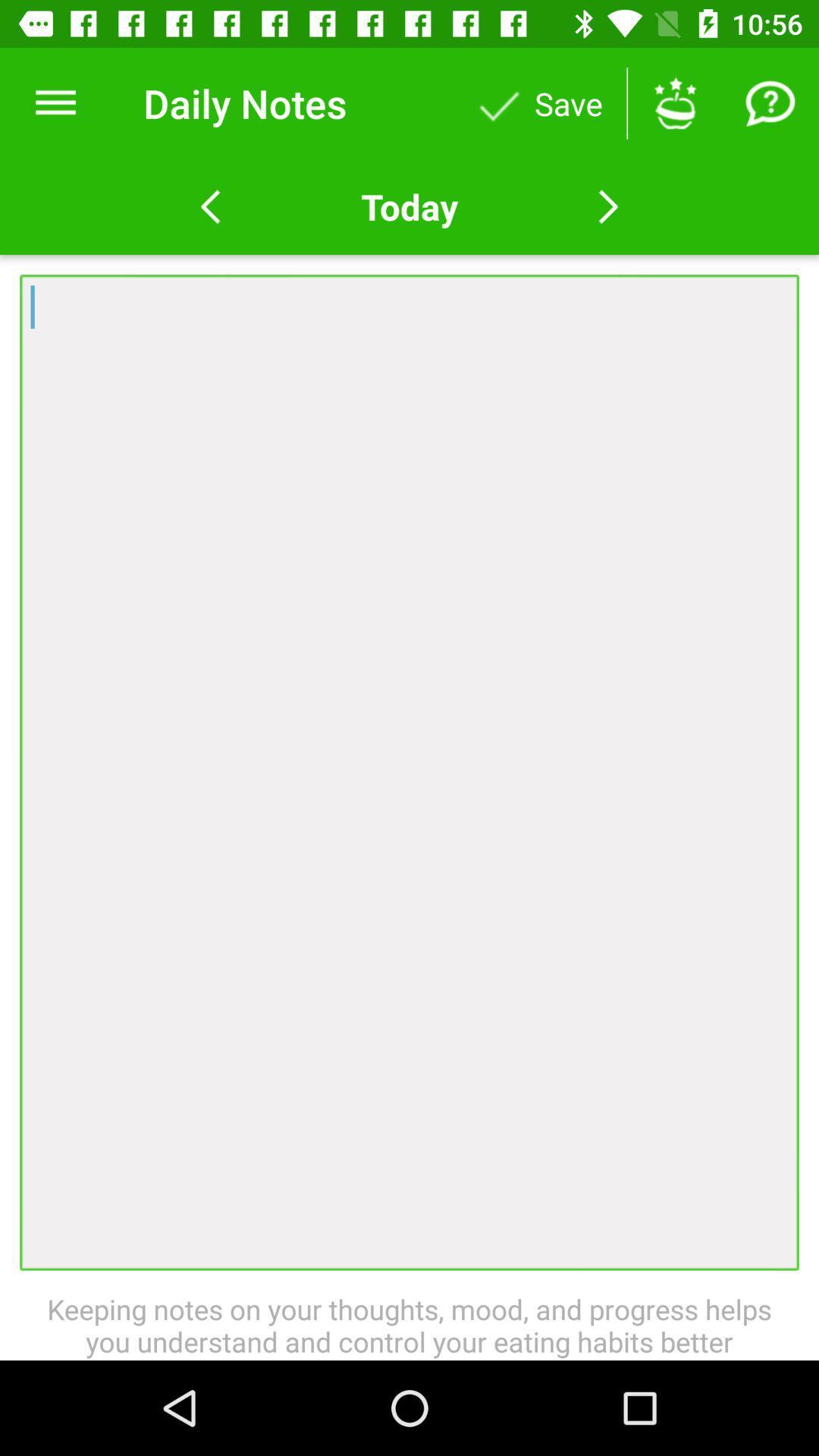 This screenshot has width=819, height=1456. I want to click on tomorrow, so click(607, 206).